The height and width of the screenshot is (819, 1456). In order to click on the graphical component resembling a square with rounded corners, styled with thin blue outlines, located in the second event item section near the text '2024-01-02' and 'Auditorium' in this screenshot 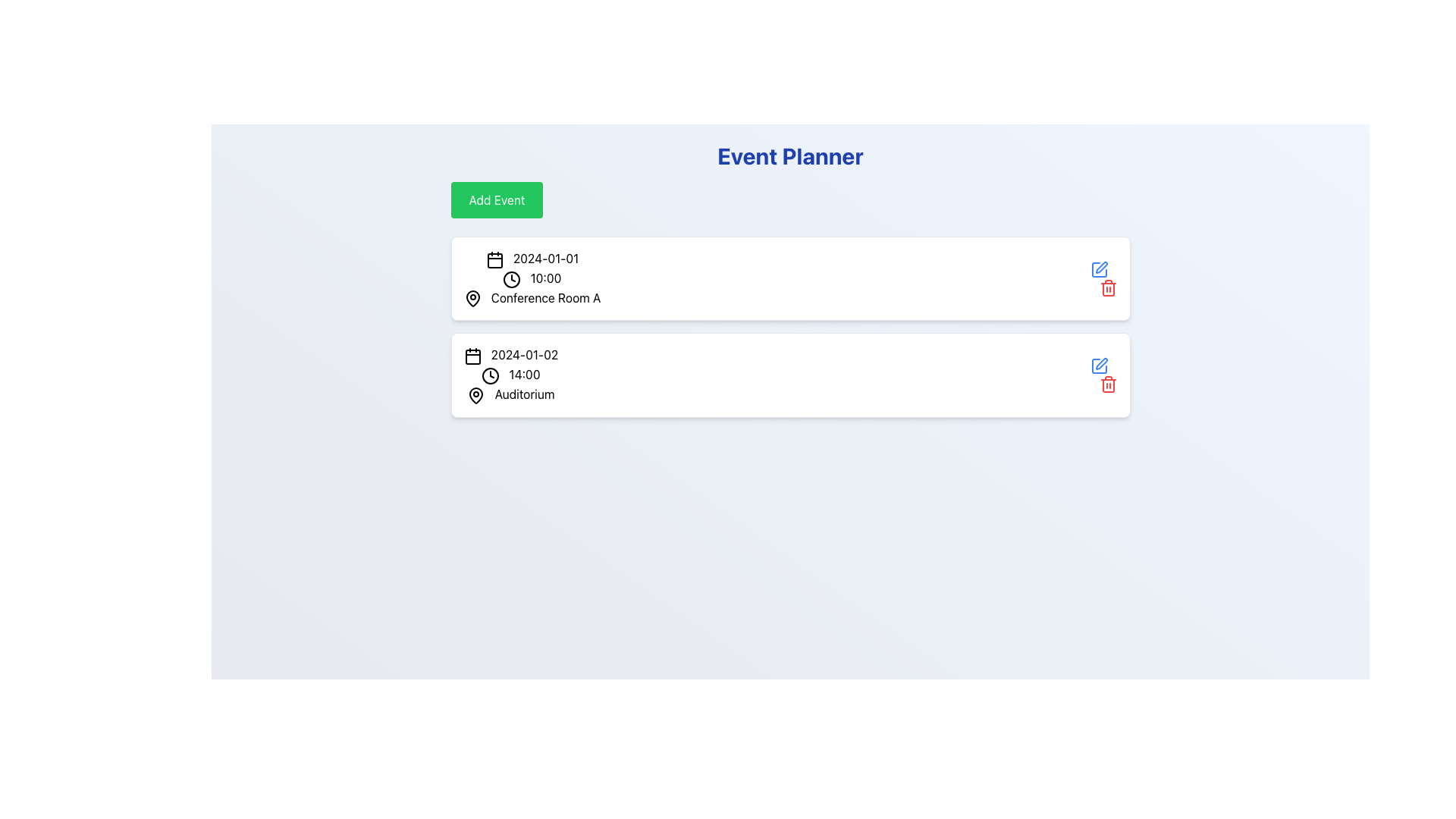, I will do `click(1099, 268)`.